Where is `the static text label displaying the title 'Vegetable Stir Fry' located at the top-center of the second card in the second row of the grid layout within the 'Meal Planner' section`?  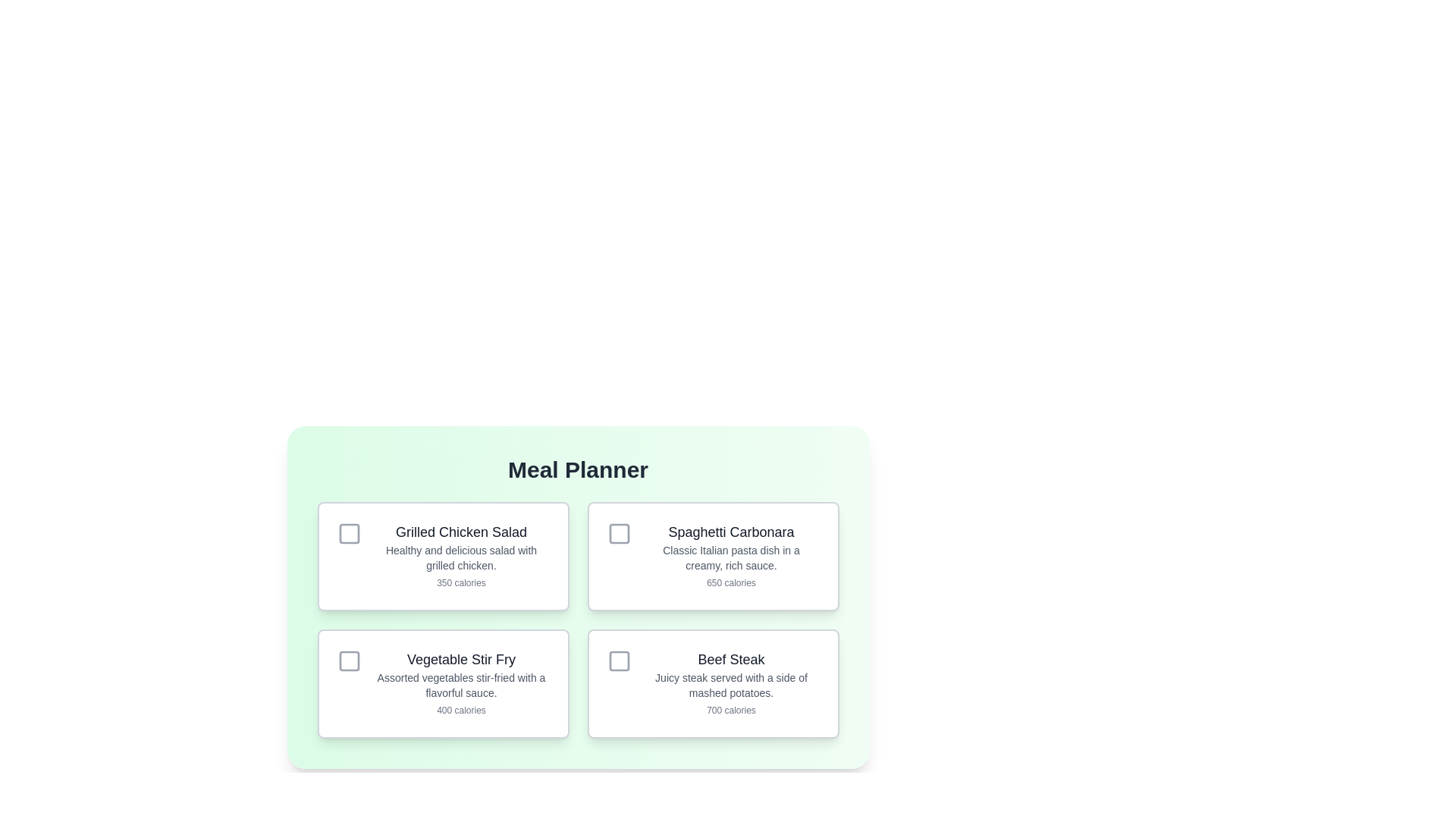
the static text label displaying the title 'Vegetable Stir Fry' located at the top-center of the second card in the second row of the grid layout within the 'Meal Planner' section is located at coordinates (460, 659).